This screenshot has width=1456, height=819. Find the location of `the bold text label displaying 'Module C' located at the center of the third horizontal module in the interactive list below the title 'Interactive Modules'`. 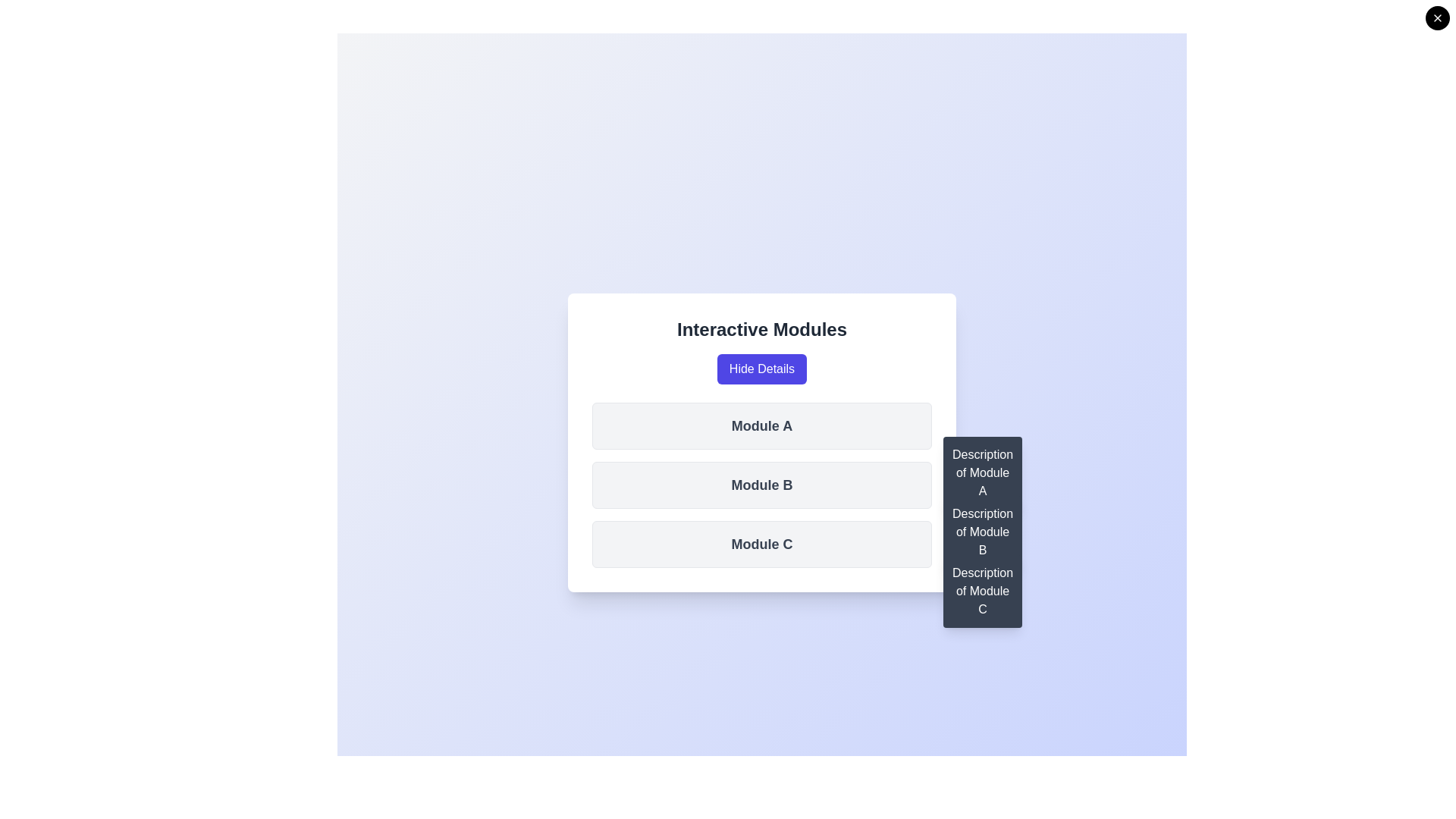

the bold text label displaying 'Module C' located at the center of the third horizontal module in the interactive list below the title 'Interactive Modules' is located at coordinates (761, 543).